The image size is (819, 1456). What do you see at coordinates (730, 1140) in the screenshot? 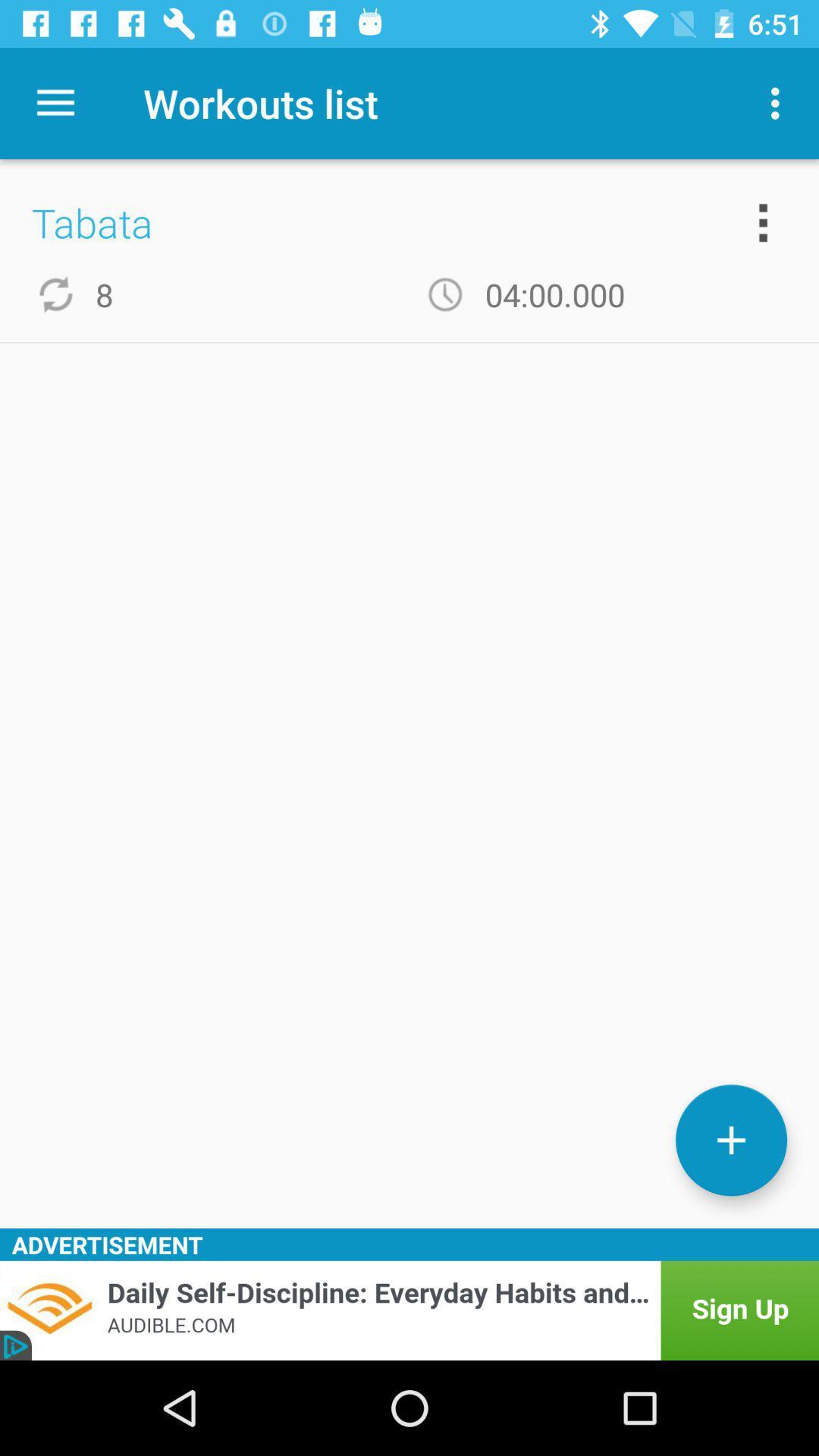
I see `workout list` at bounding box center [730, 1140].